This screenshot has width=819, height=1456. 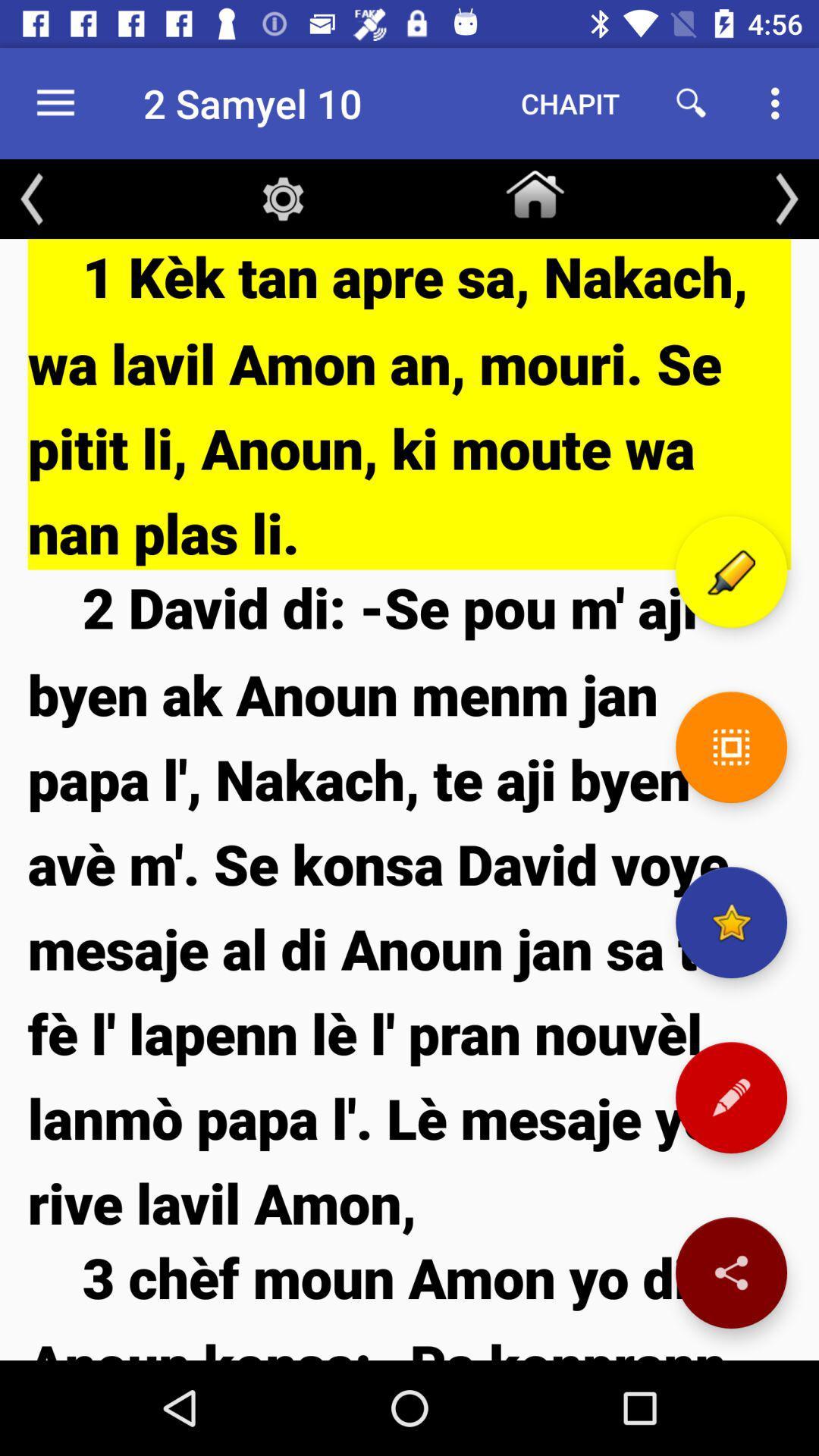 I want to click on the icon below 2 samyel 10 icon, so click(x=283, y=198).